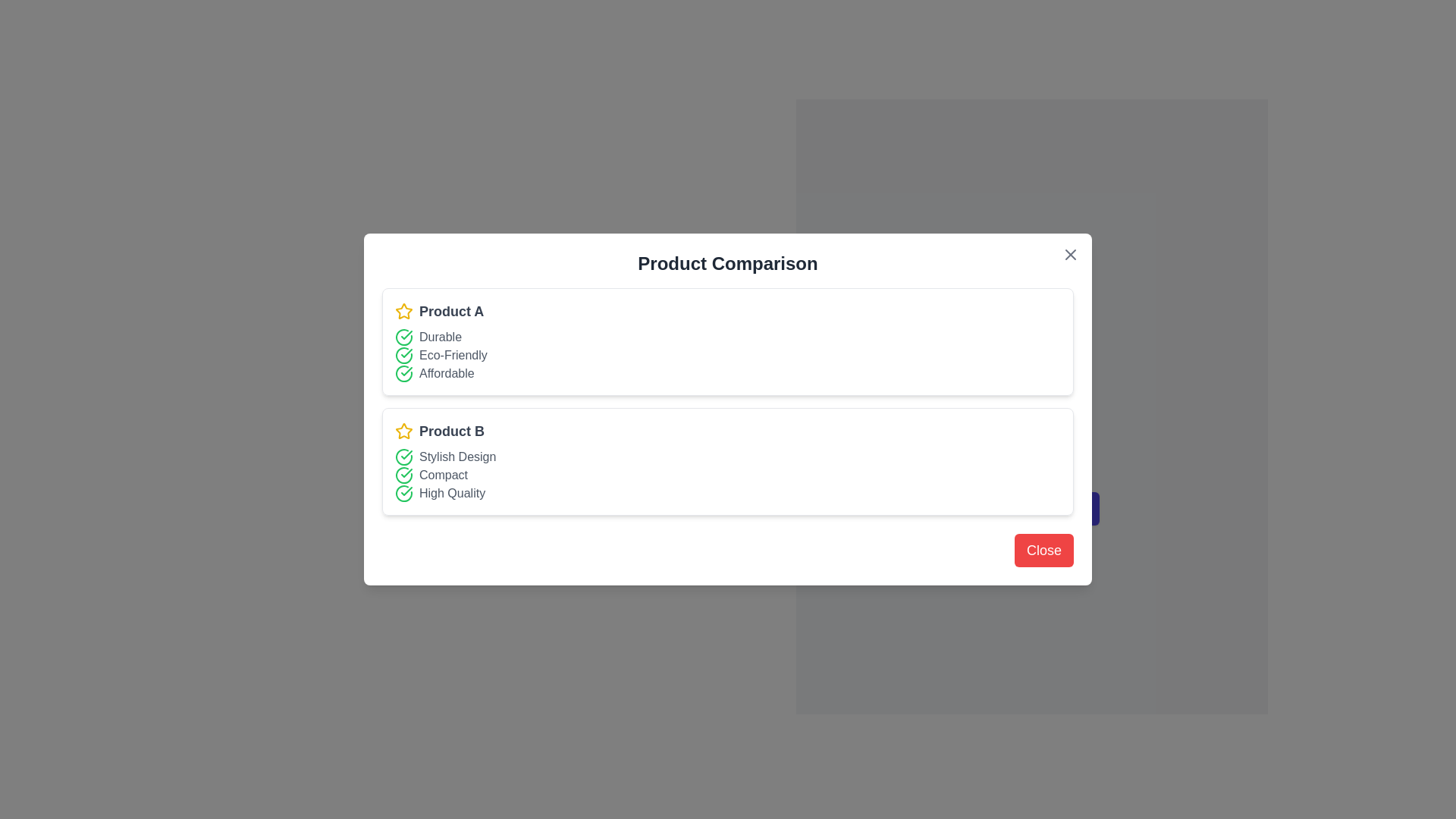 The height and width of the screenshot is (819, 1456). I want to click on the circular graphical indicator with a green hue, which is part of the icon structure for 'Product B' and positioned above the text 'Stylish Design.', so click(403, 456).